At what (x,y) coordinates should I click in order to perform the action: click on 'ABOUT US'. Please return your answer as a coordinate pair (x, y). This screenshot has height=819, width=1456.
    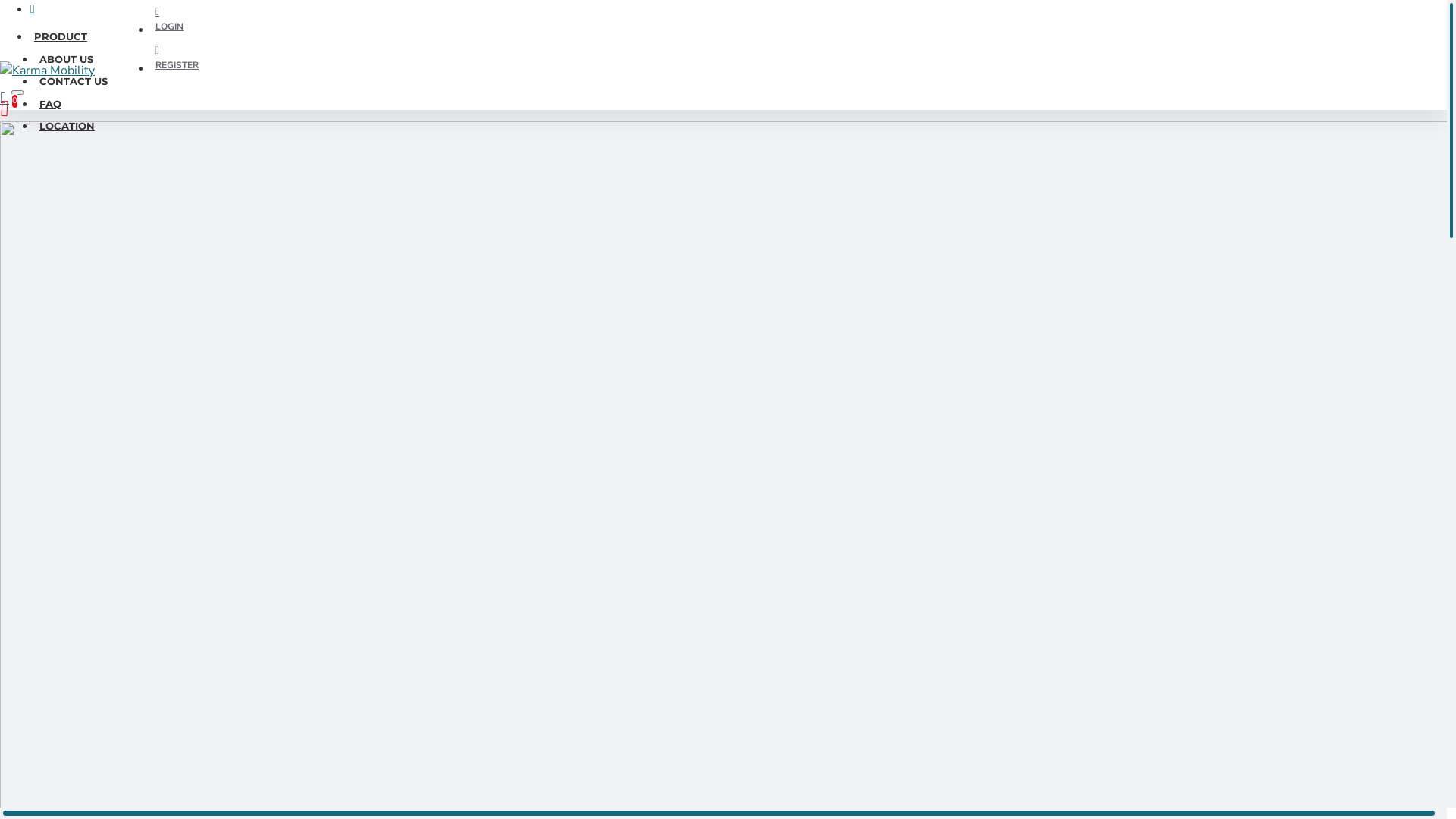
    Looking at the image, I should click on (65, 58).